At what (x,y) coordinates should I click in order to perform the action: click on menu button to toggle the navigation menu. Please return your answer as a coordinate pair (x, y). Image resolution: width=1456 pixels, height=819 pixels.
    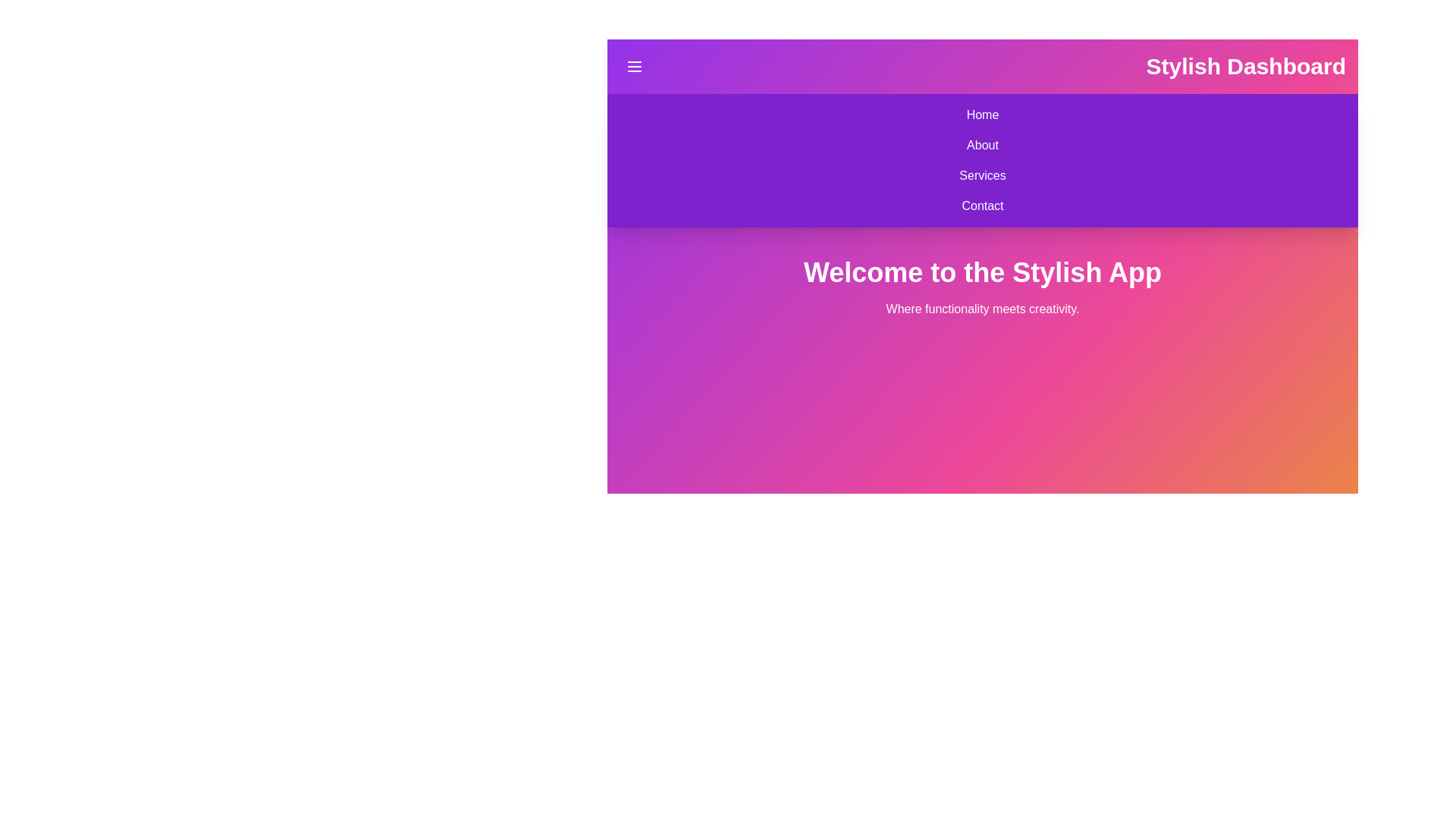
    Looking at the image, I should click on (634, 66).